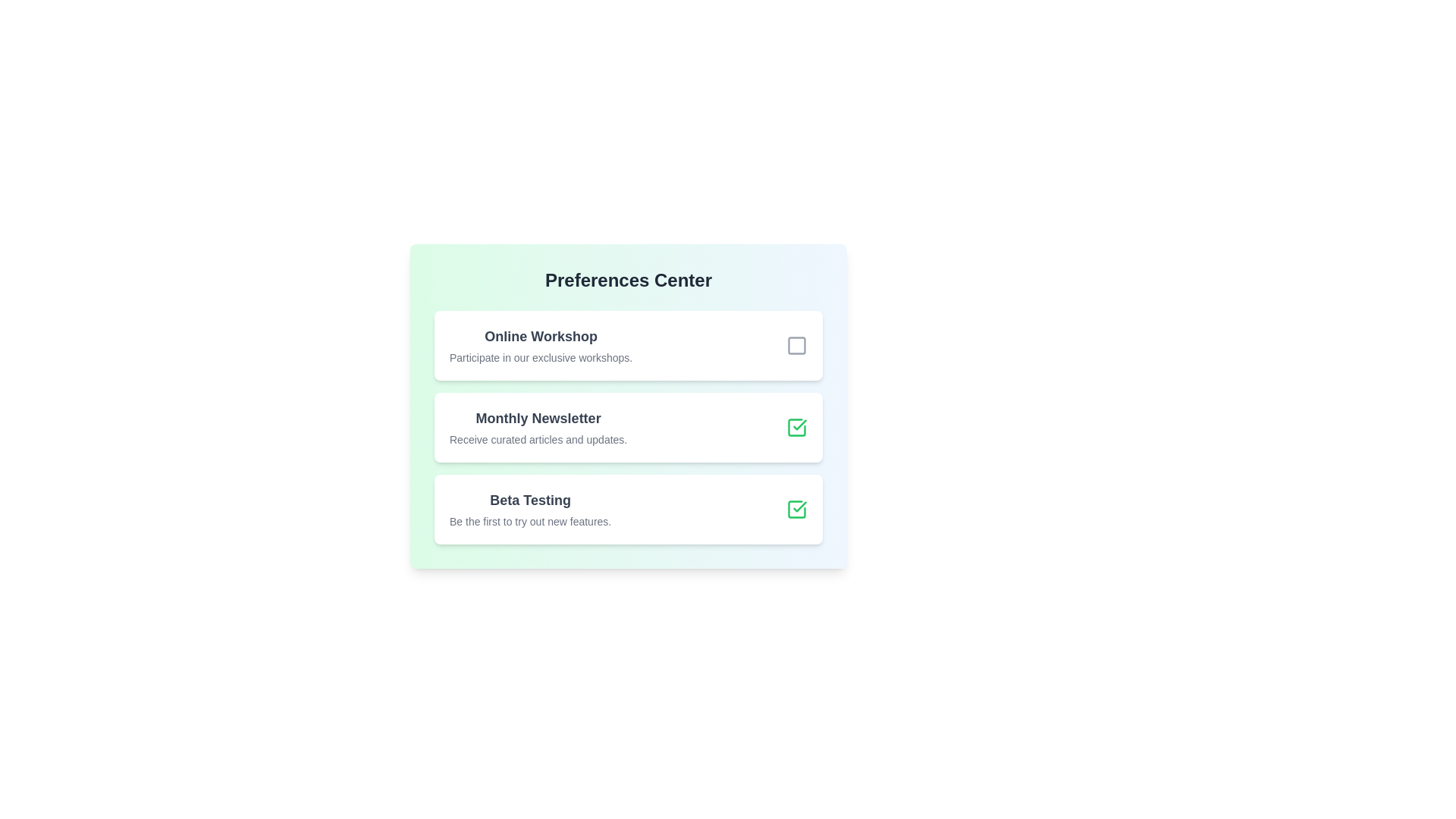 This screenshot has width=1456, height=819. I want to click on the 'Monthly Newsletter' text label, which is the second option in a vertically stacked list, located below 'Online Workshop' and above 'Beta Testing', so click(538, 427).